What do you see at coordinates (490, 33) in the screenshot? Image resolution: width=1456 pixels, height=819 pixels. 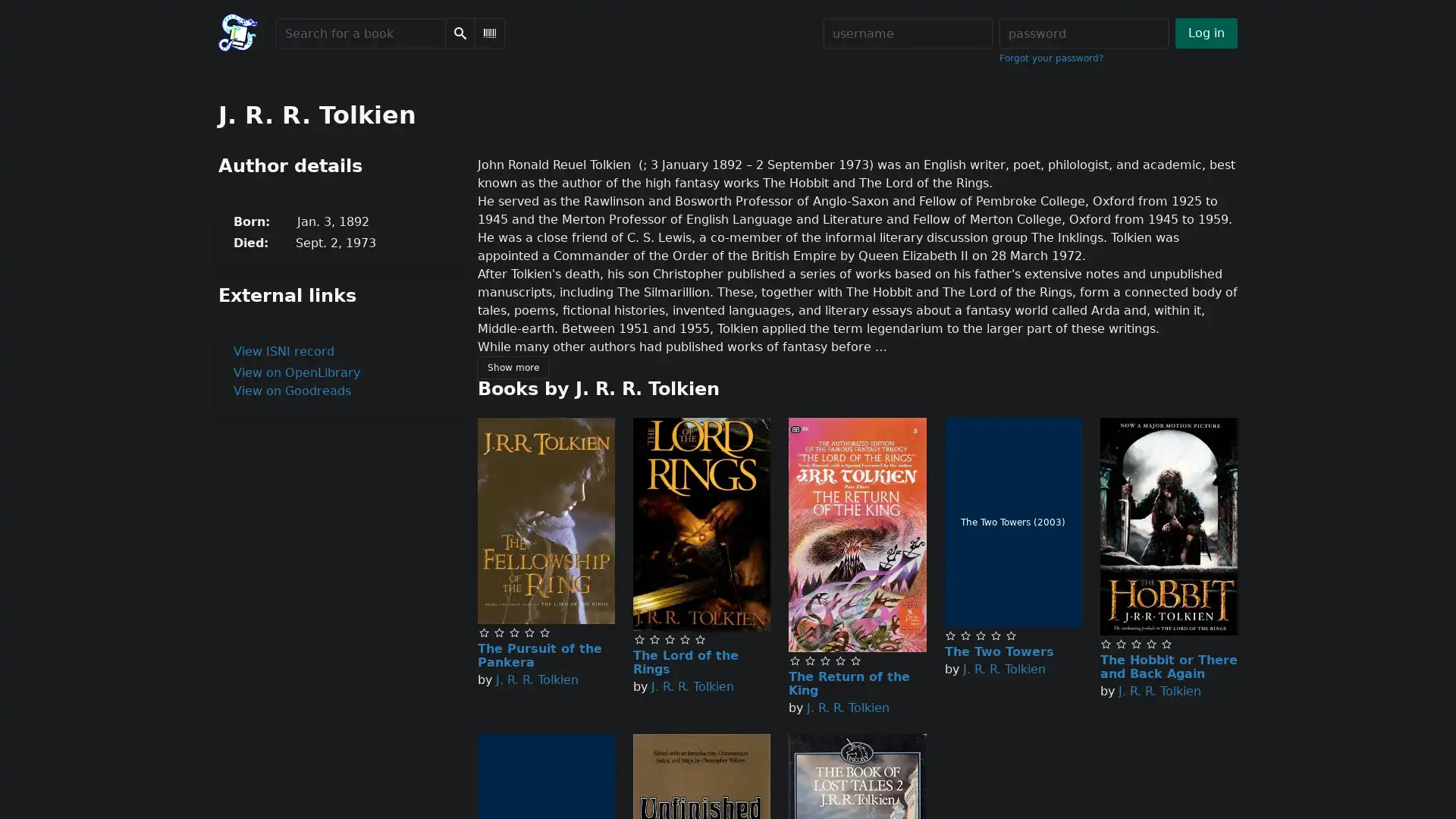 I see `Scan Barcode` at bounding box center [490, 33].